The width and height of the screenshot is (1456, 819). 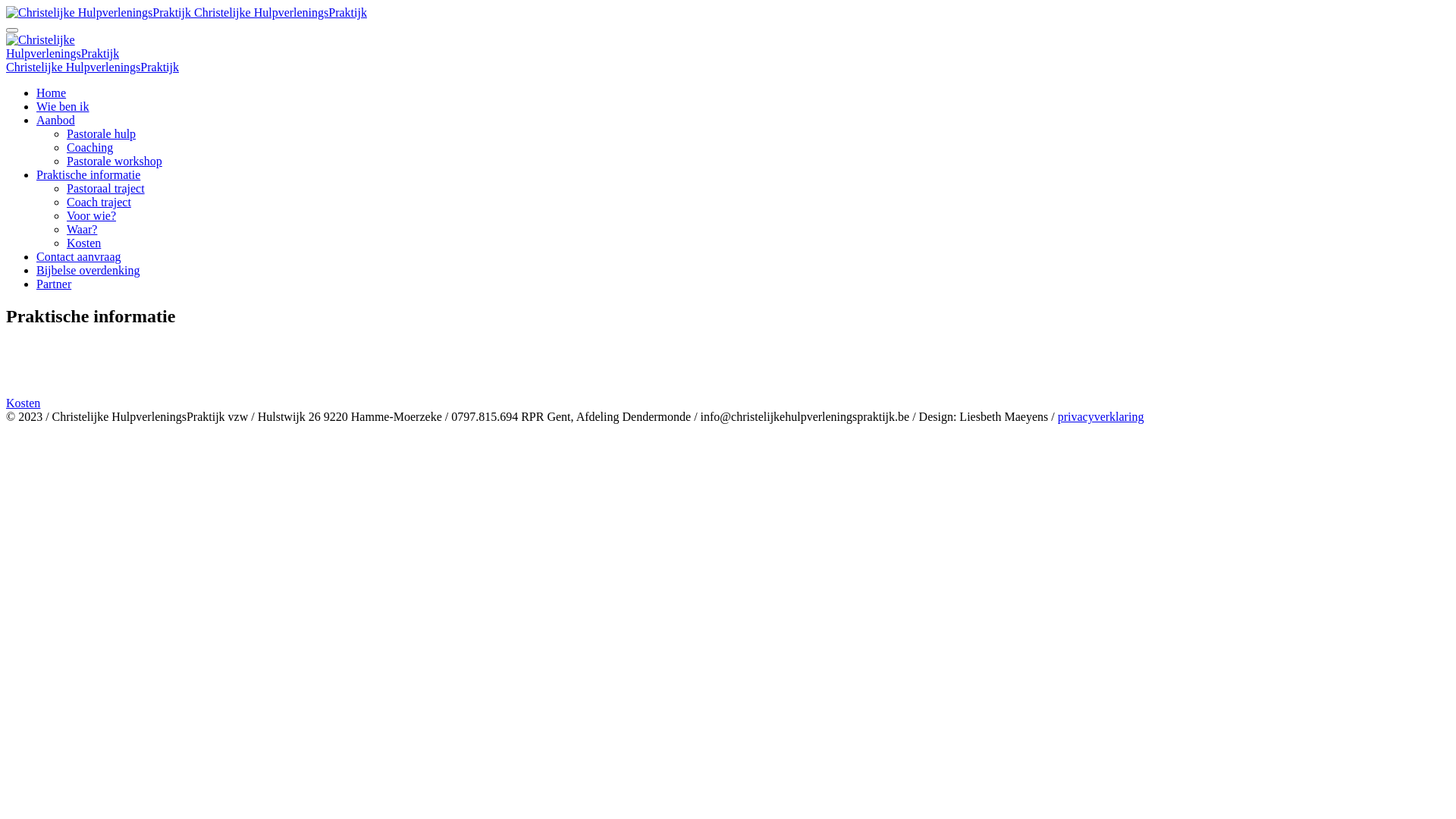 What do you see at coordinates (728, 362) in the screenshot?
I see `'Coach traject'` at bounding box center [728, 362].